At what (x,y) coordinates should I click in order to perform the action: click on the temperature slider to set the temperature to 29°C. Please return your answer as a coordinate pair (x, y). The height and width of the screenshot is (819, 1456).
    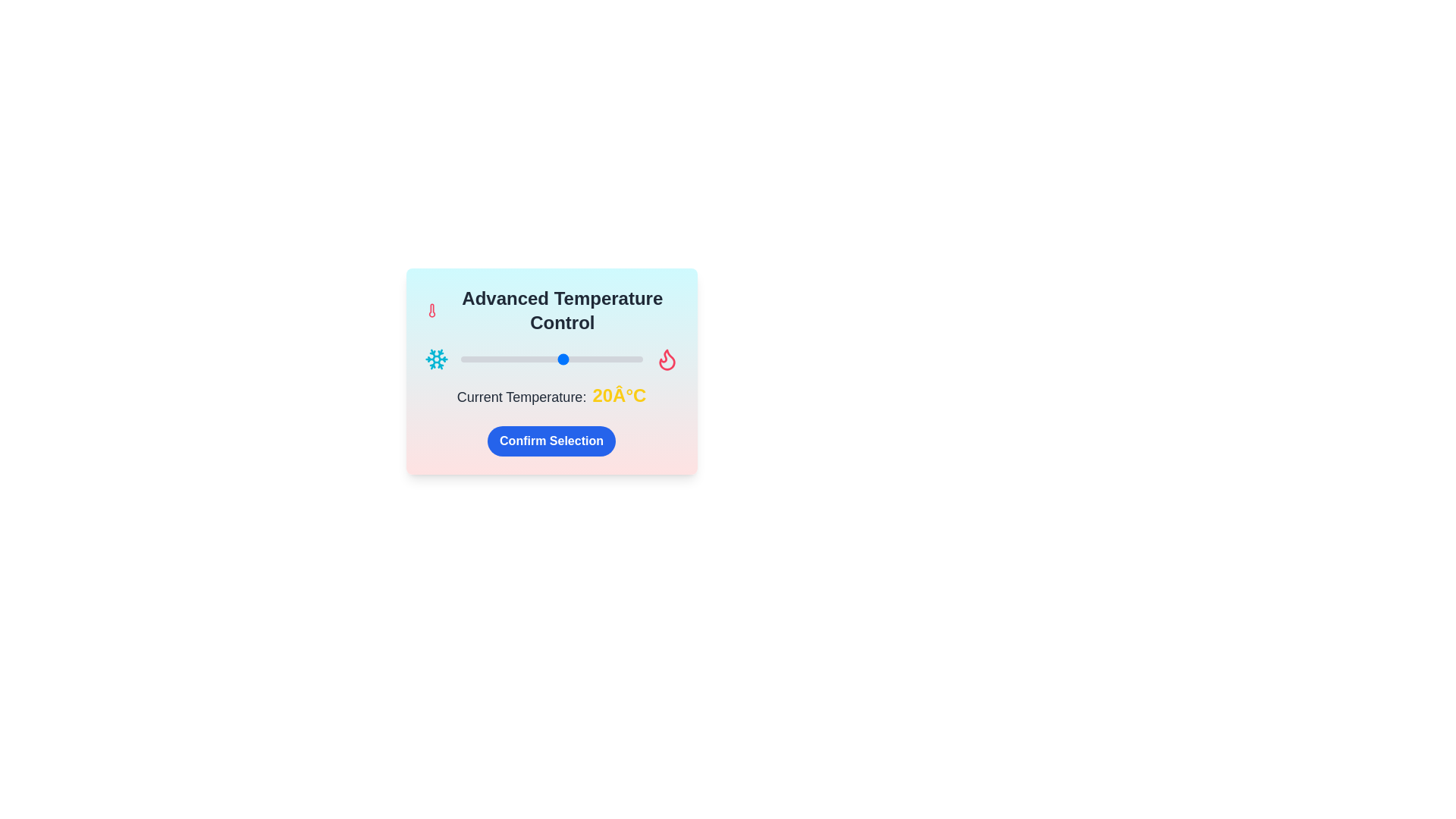
    Looking at the image, I should click on (587, 359).